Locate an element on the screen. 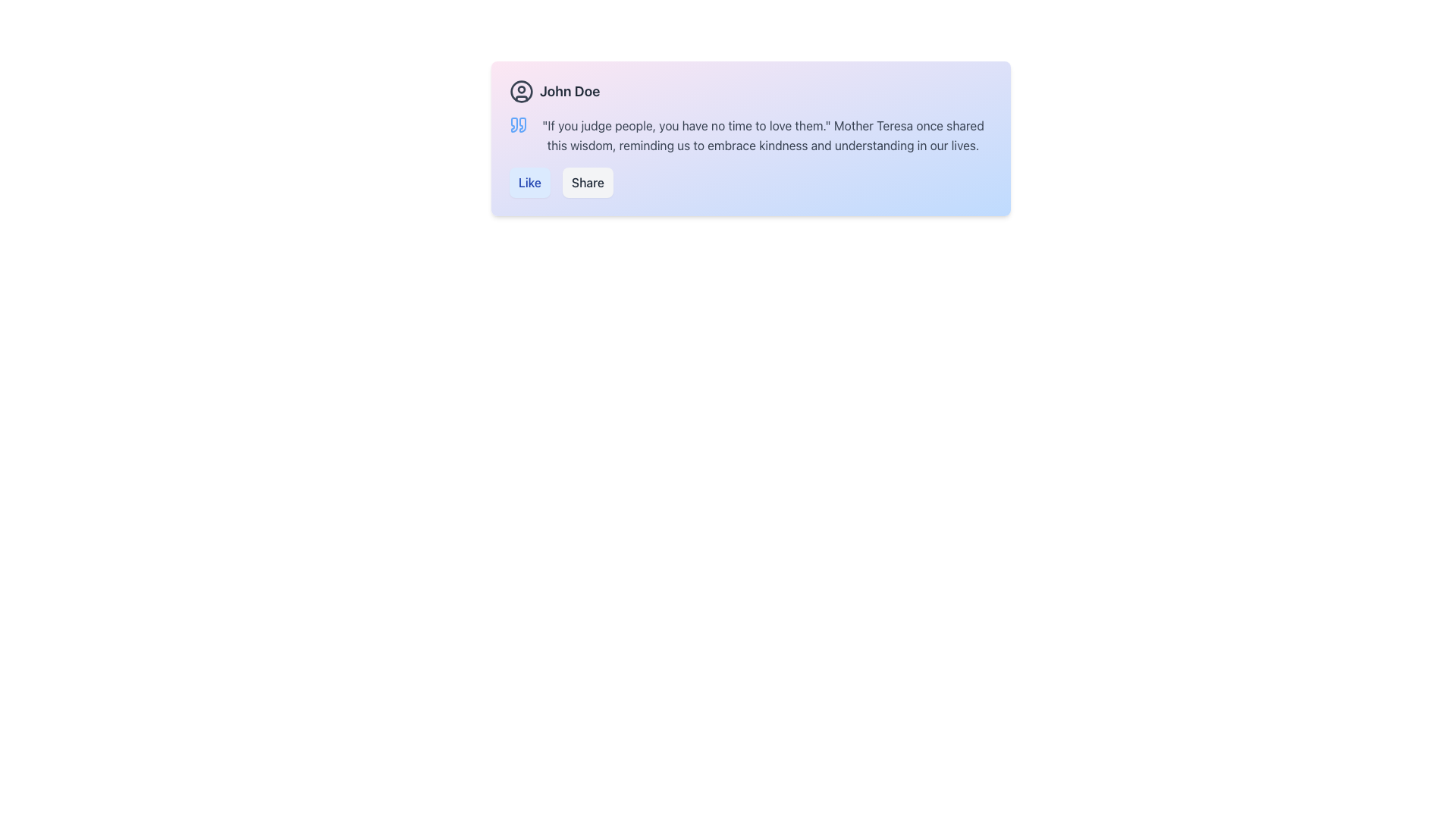  the share button located on the right side of the group of two buttons at the bottom of the card is located at coordinates (587, 181).